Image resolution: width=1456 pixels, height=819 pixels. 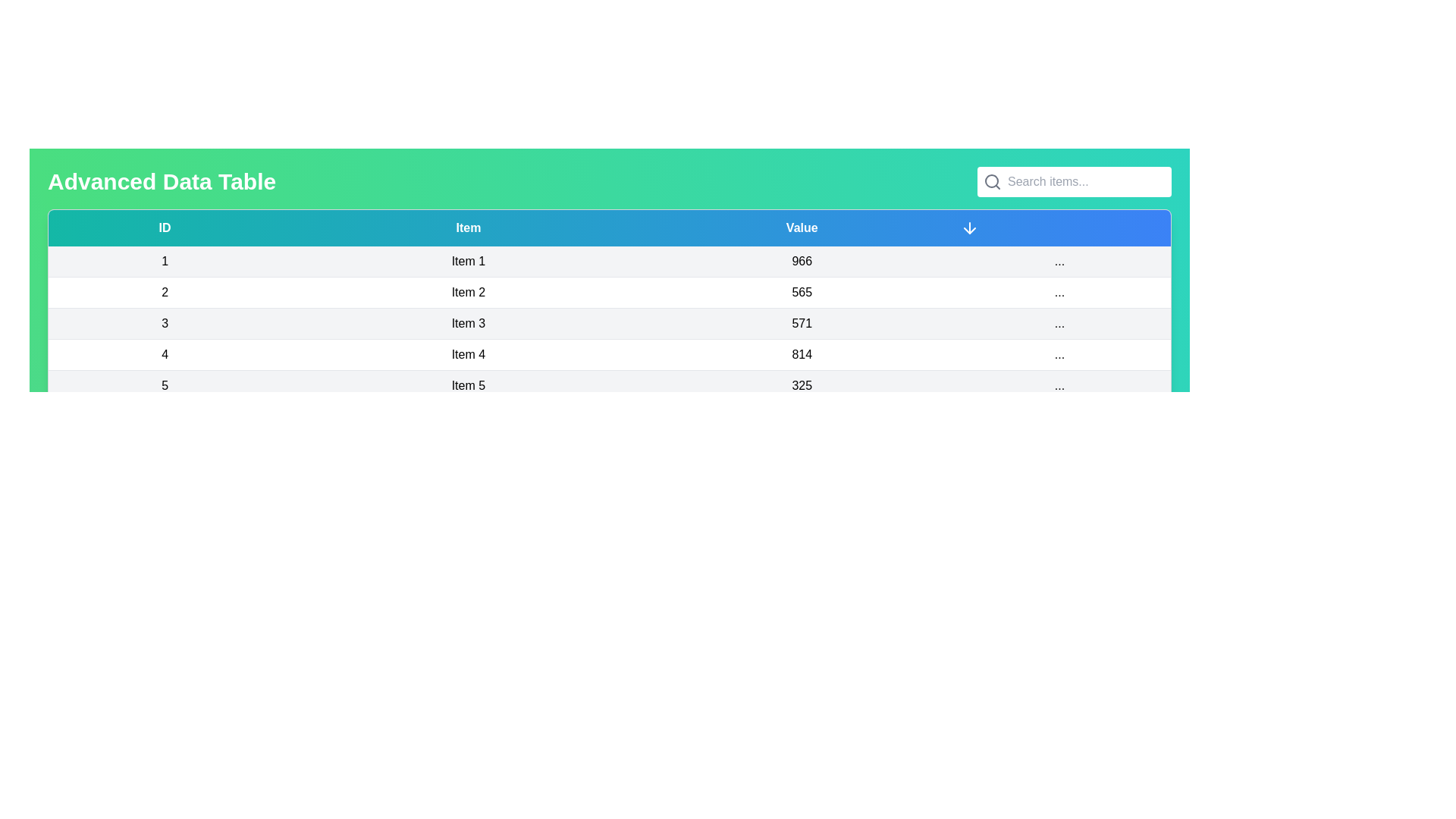 What do you see at coordinates (467, 227) in the screenshot?
I see `the column header Item to sort the table by that column` at bounding box center [467, 227].